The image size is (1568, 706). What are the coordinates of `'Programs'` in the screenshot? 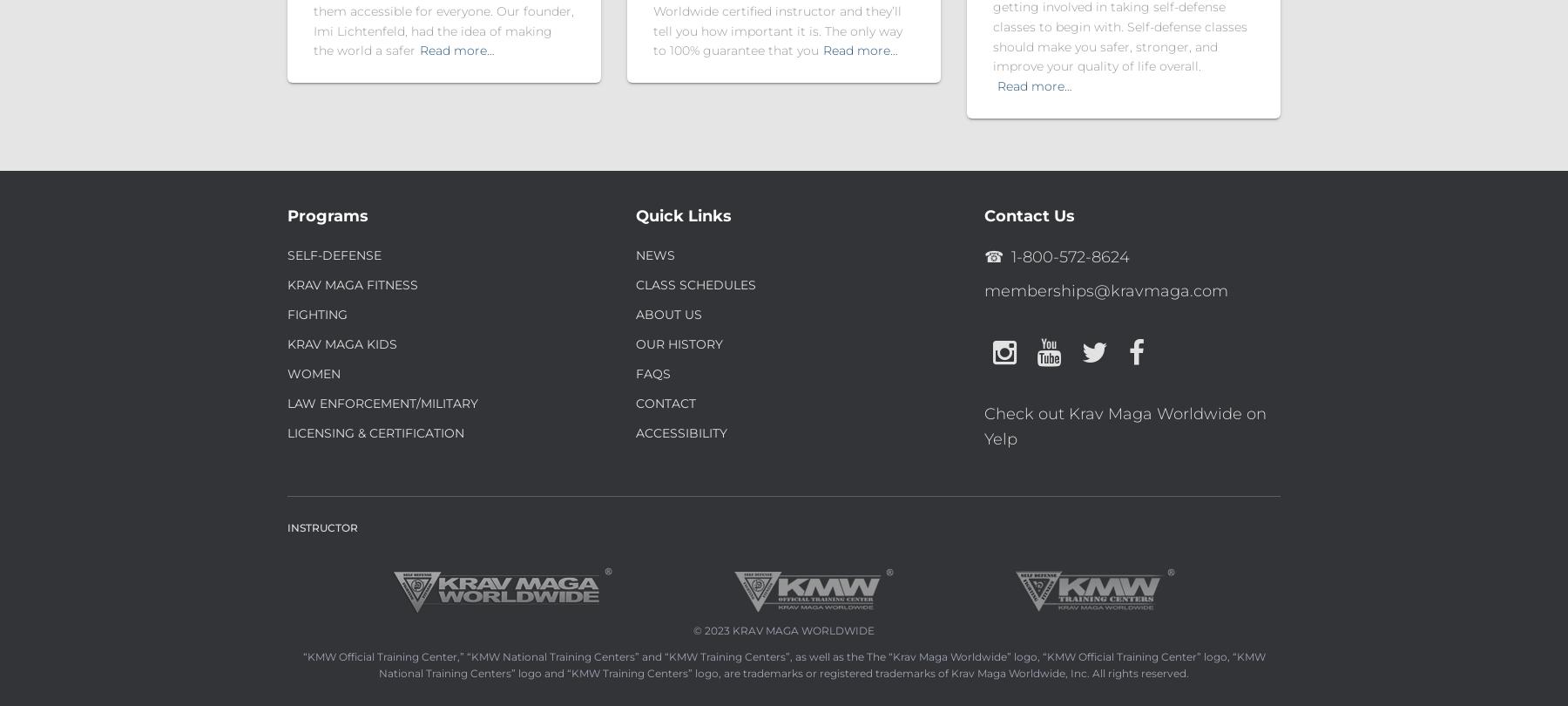 It's located at (286, 214).